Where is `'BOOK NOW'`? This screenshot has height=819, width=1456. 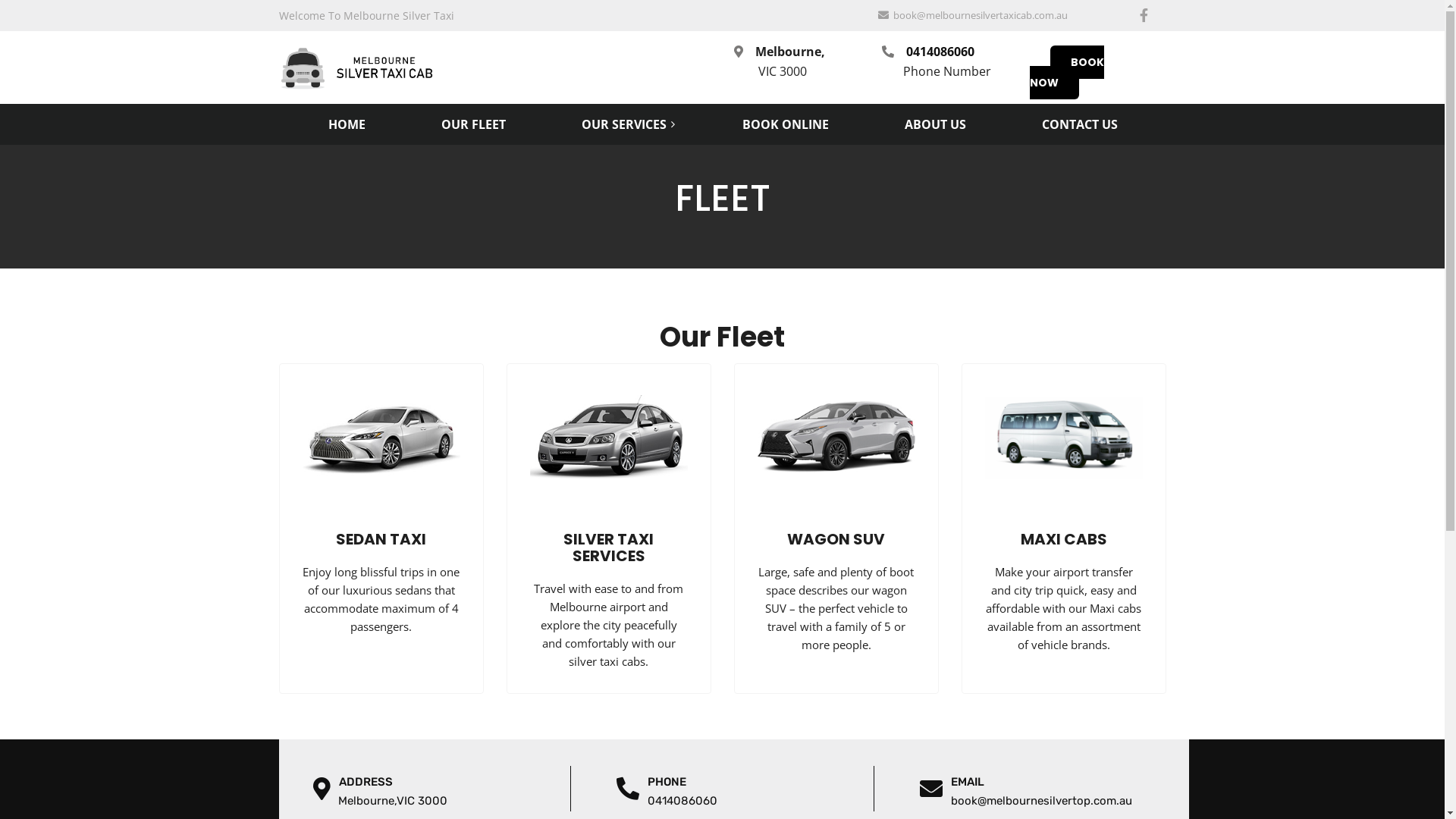 'BOOK NOW' is located at coordinates (1065, 72).